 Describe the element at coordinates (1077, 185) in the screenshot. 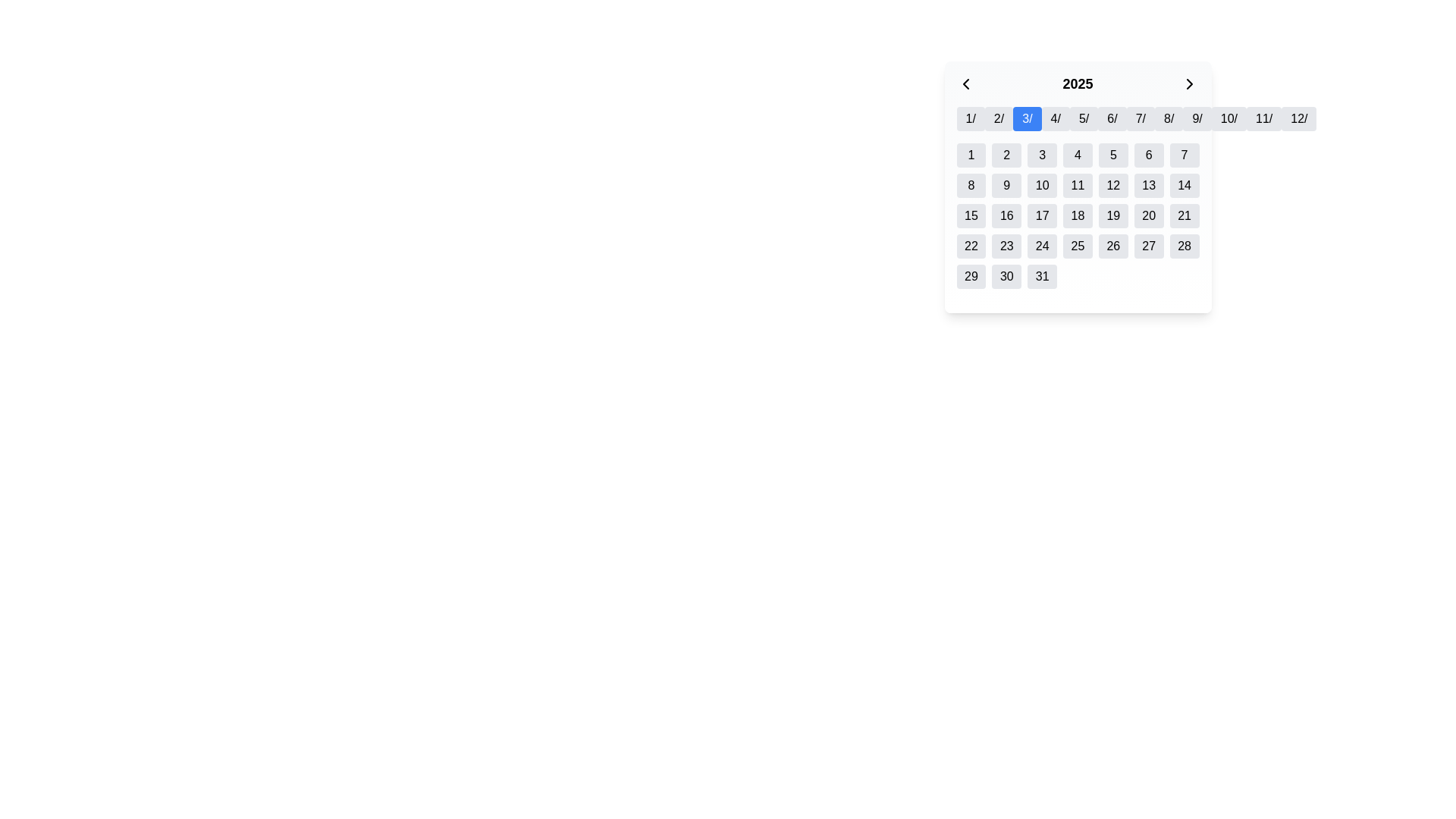

I see `the button representing the date '11' in the calendar widget, located in the second row and fourth column of the grid layout` at that location.